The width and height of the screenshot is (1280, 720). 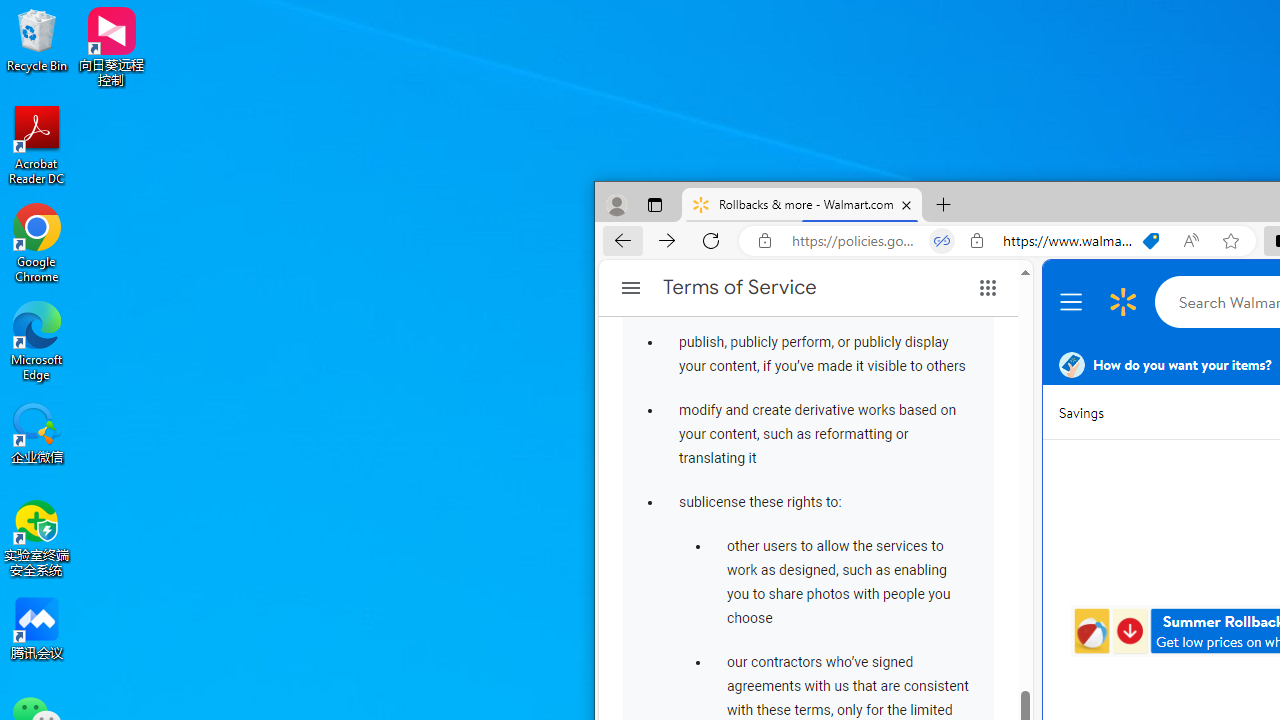 I want to click on 'Acrobat Reader DC', so click(x=37, y=144).